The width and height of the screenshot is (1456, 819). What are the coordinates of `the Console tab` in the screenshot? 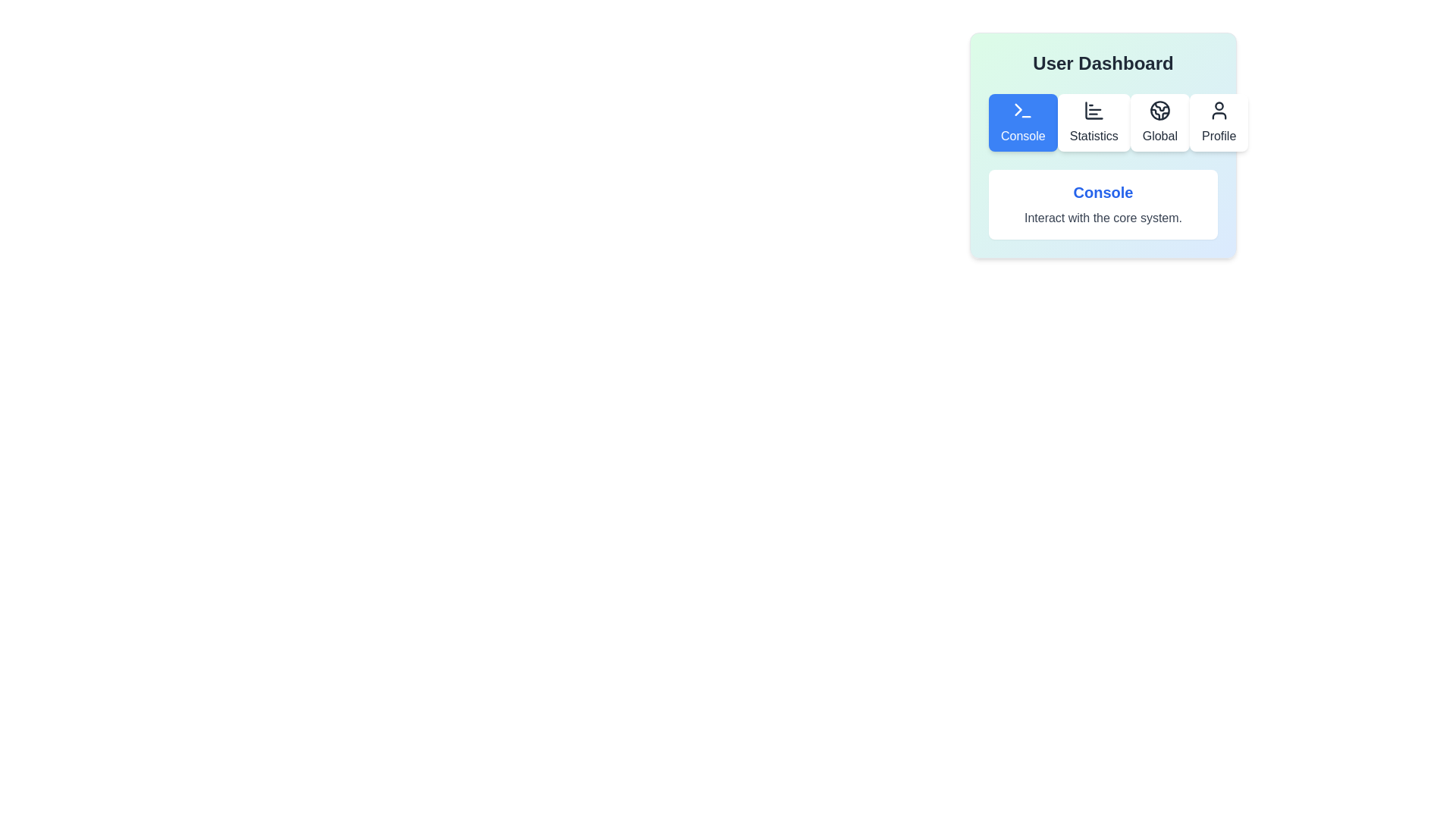 It's located at (1022, 122).